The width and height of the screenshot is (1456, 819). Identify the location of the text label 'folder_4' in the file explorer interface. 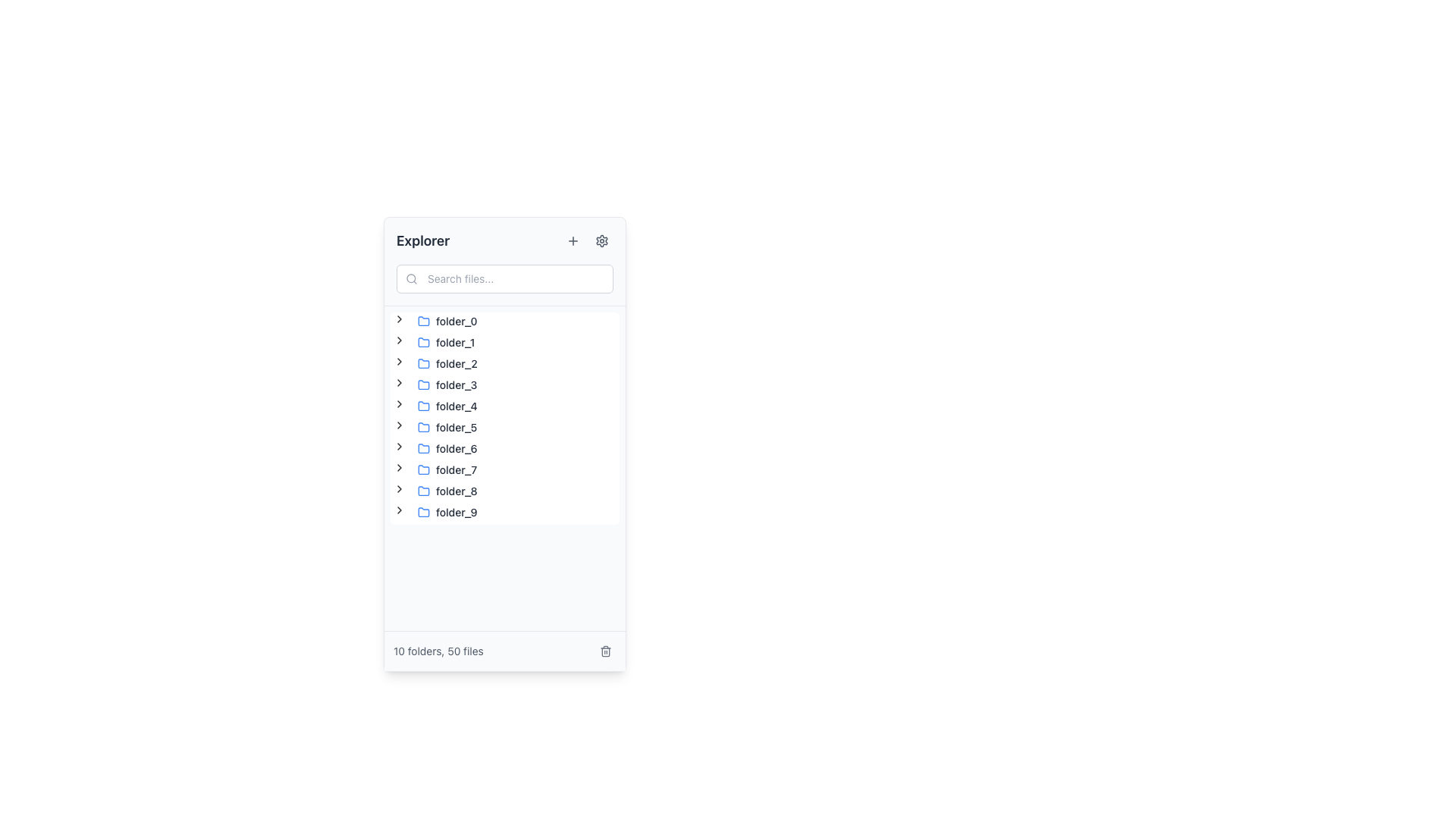
(456, 406).